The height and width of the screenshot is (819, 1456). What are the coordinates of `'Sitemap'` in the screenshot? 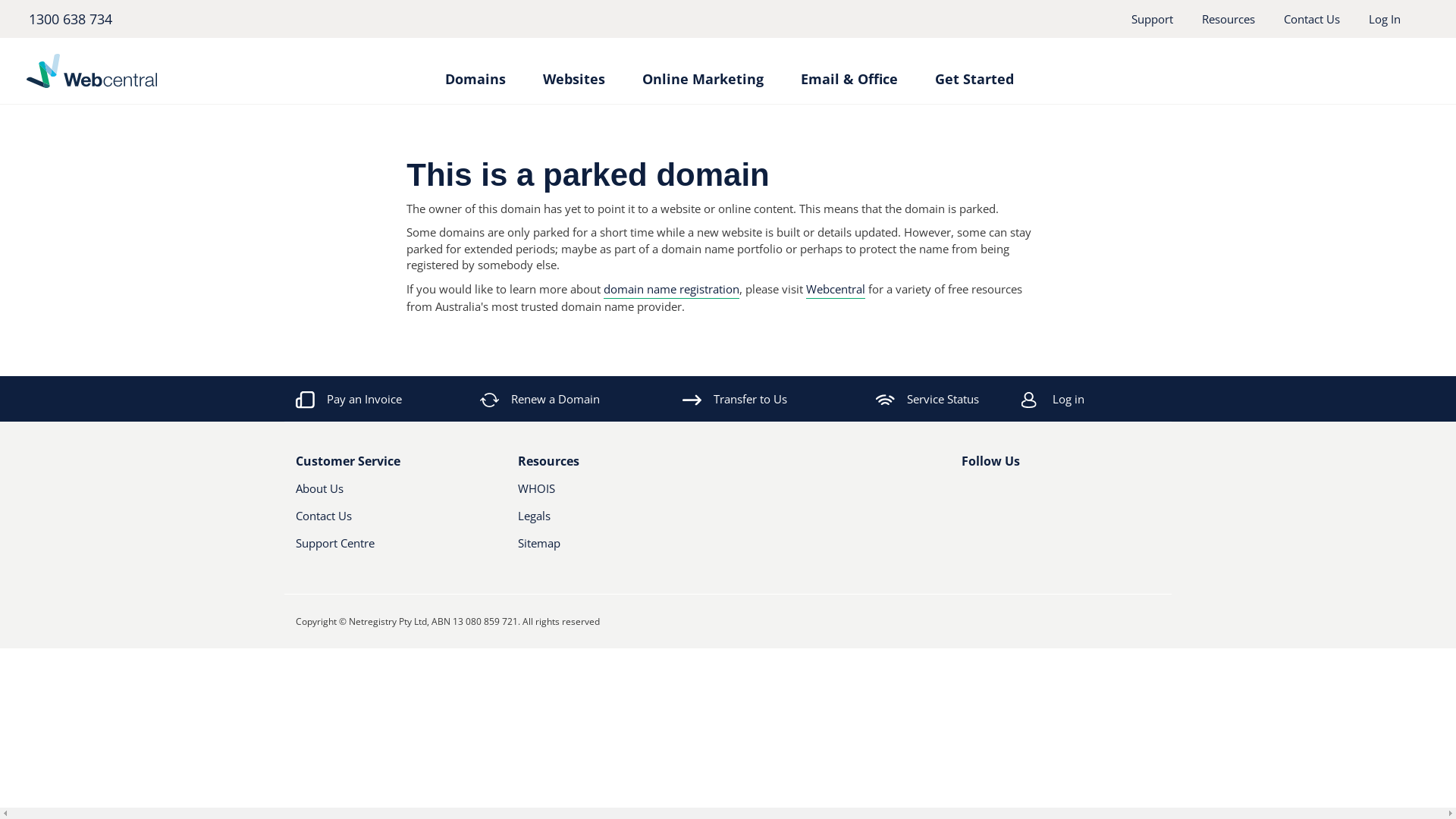 It's located at (516, 549).